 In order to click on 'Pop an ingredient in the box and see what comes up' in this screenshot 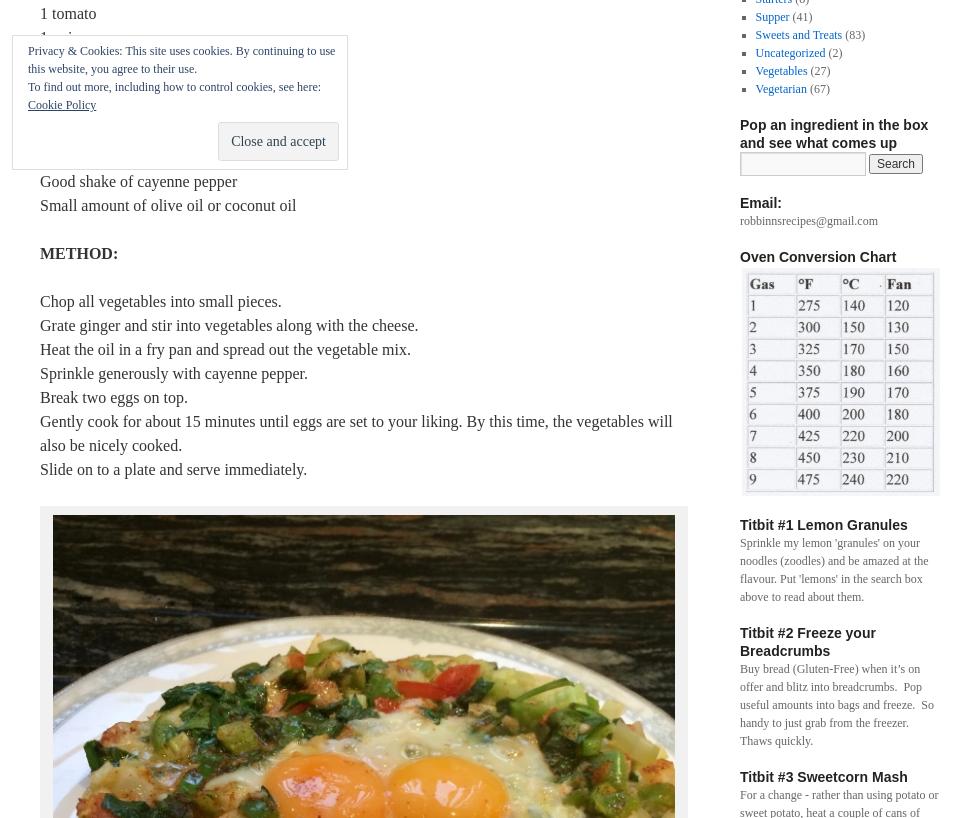, I will do `click(833, 133)`.